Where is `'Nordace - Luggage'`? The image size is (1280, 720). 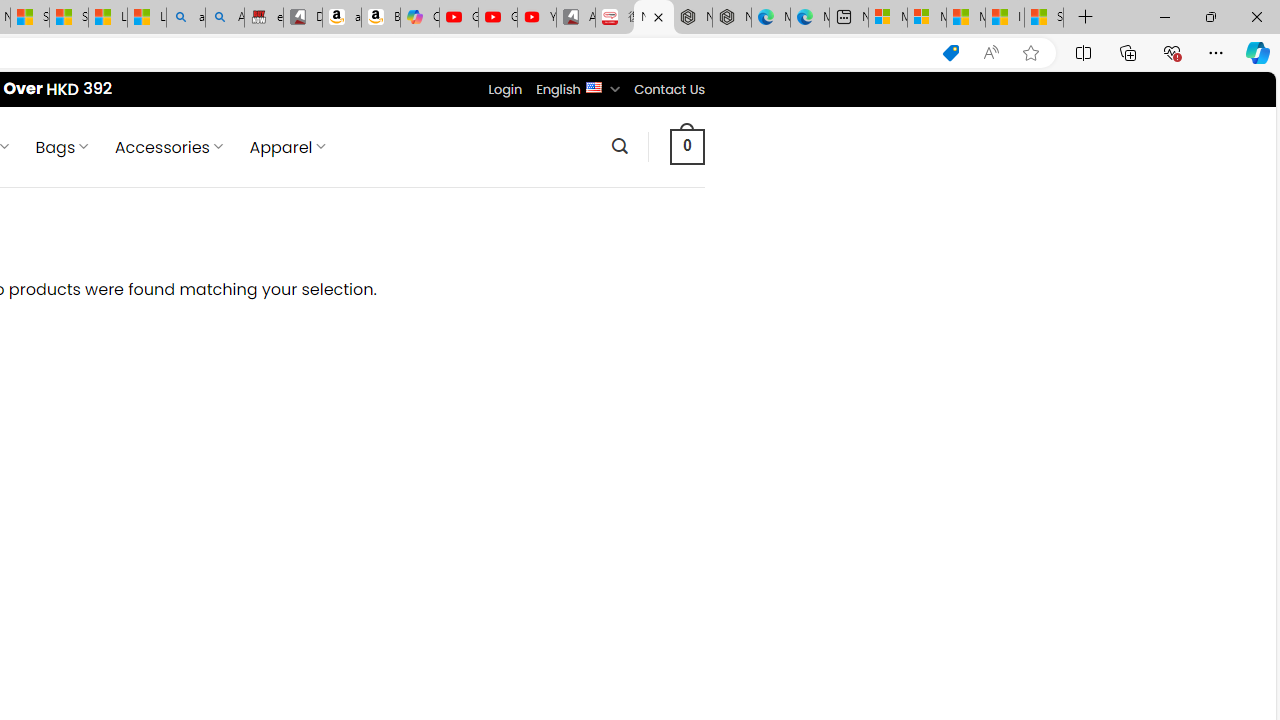
'Nordace - Luggage' is located at coordinates (654, 17).